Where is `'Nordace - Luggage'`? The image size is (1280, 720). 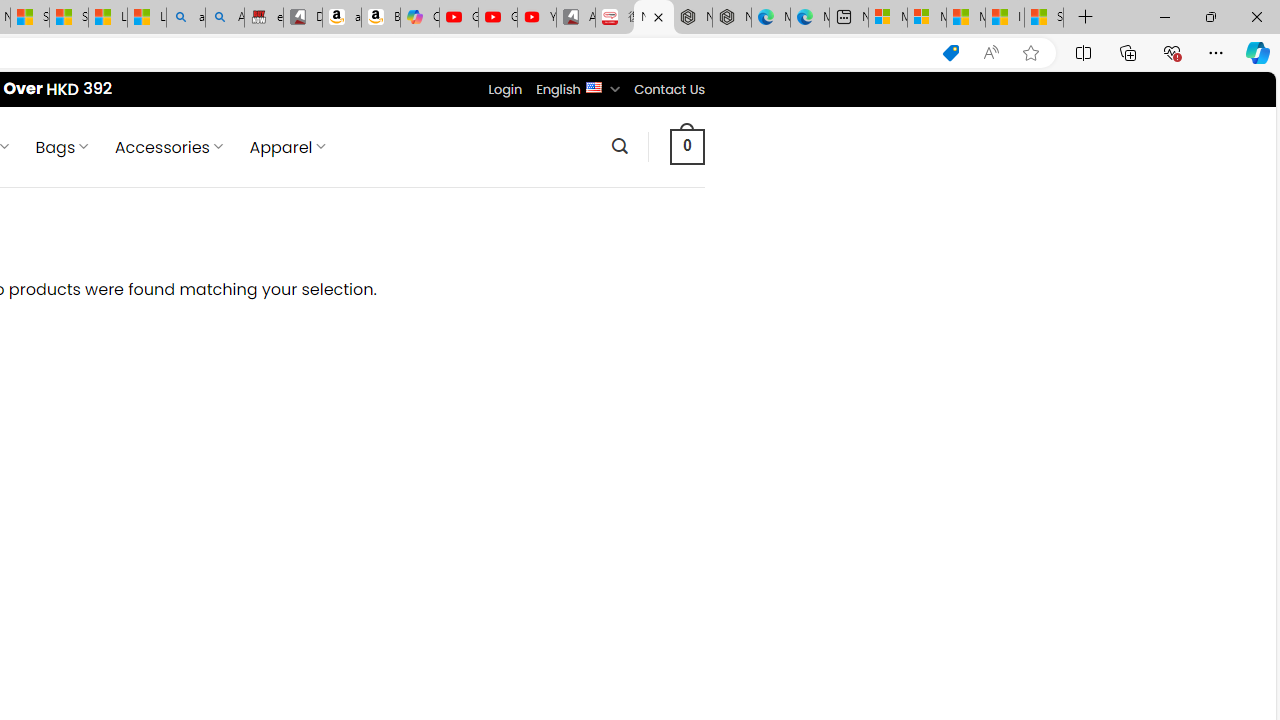
'Nordace - Luggage' is located at coordinates (654, 17).